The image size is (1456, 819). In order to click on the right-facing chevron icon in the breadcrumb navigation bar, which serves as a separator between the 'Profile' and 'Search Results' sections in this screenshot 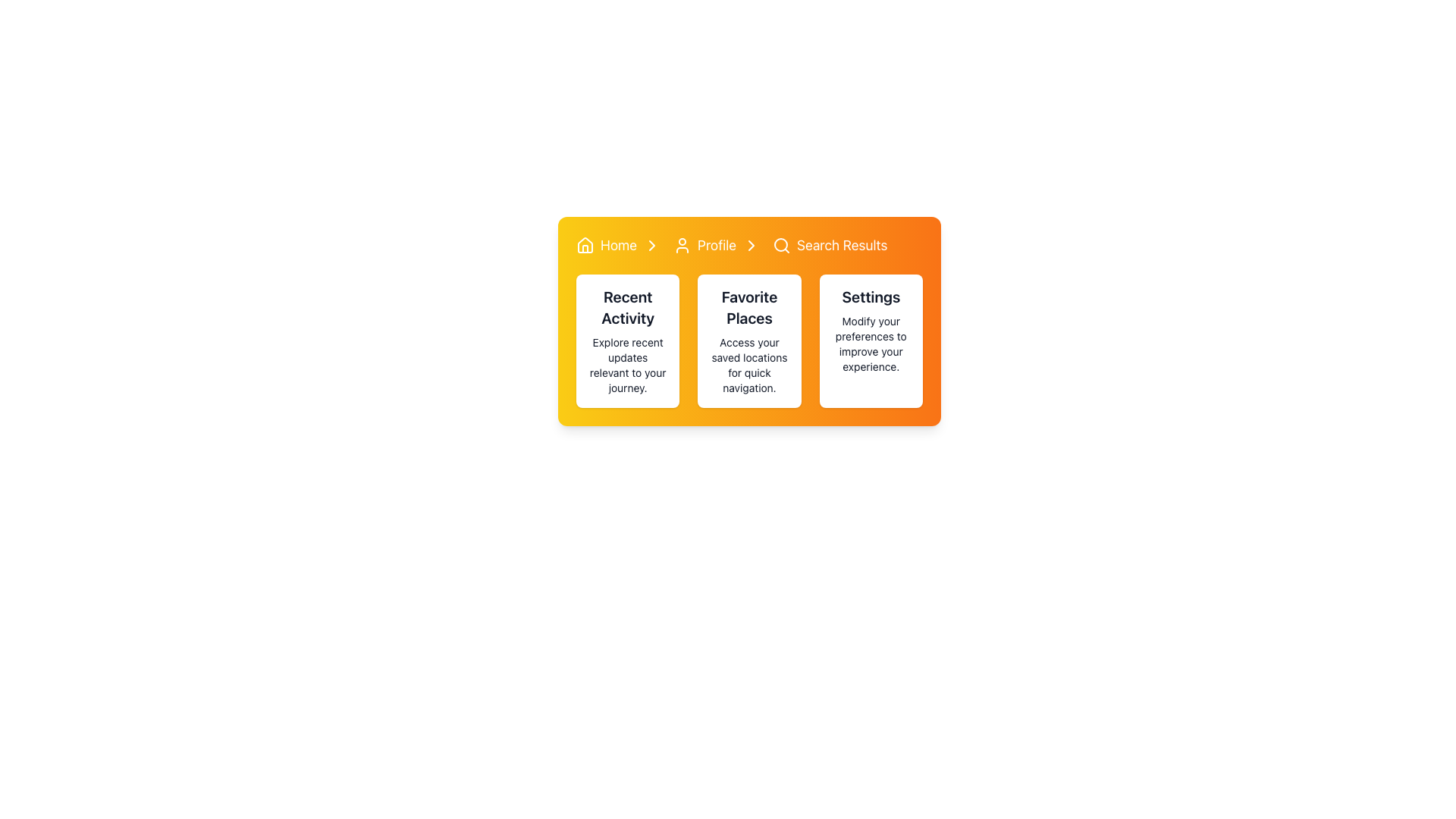, I will do `click(651, 245)`.